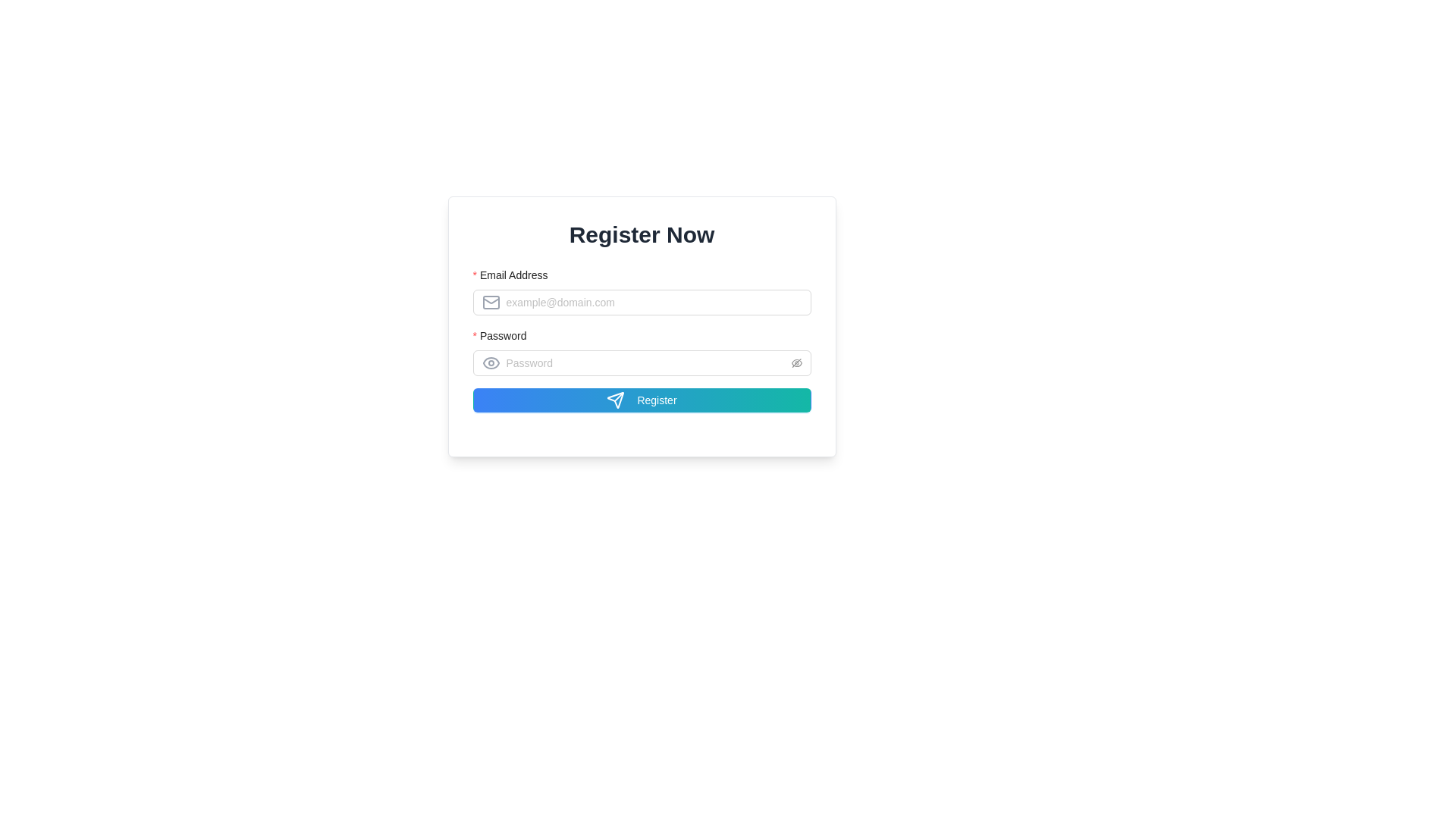 The height and width of the screenshot is (819, 1456). What do you see at coordinates (491, 362) in the screenshot?
I see `the eye icon located on the right side of the password field within the registration form to trigger the tooltip or effect` at bounding box center [491, 362].